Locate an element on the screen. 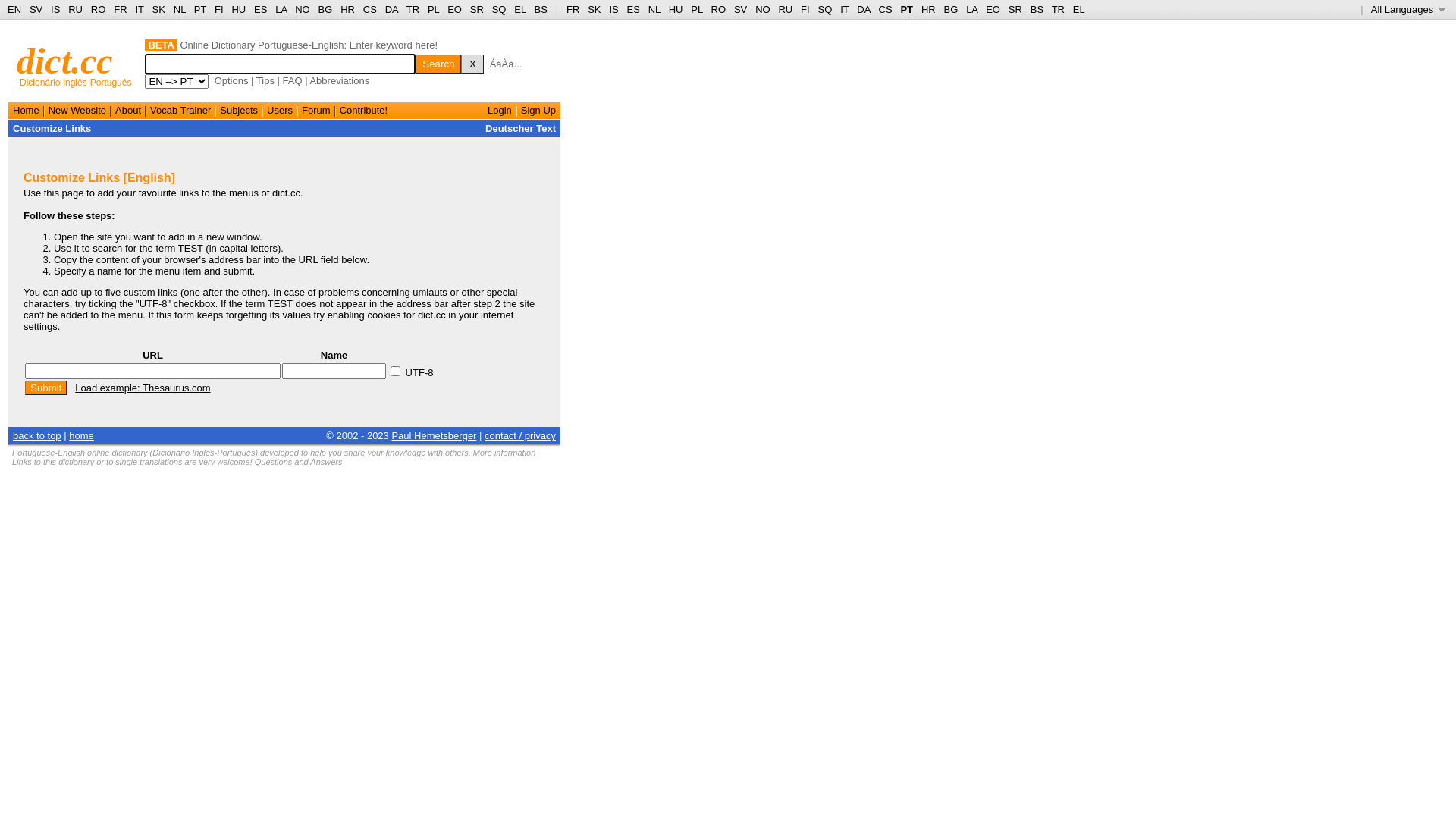 The image size is (1456, 819). 'BG' is located at coordinates (949, 9).